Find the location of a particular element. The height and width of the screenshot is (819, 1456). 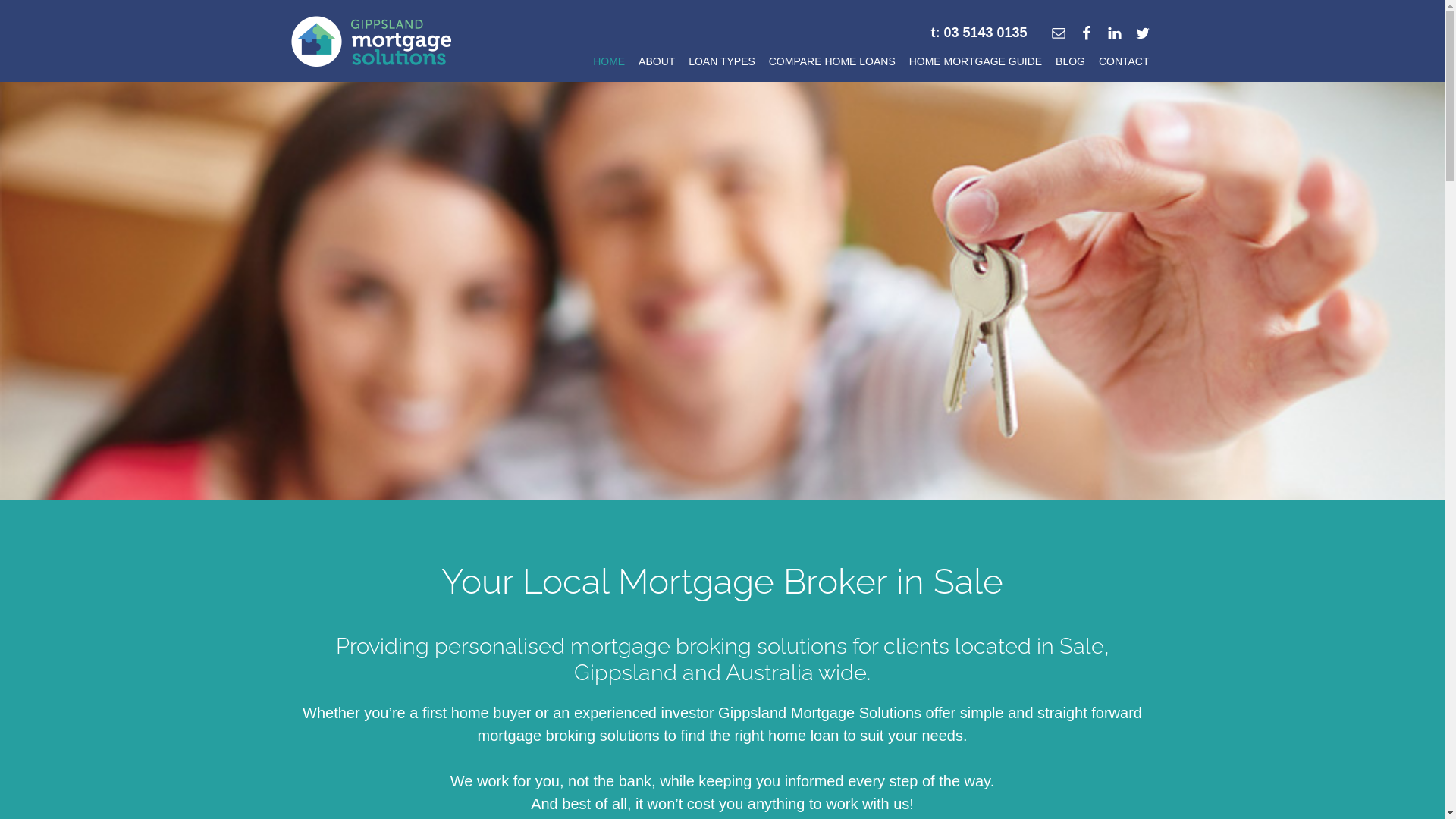

'ABOUT' is located at coordinates (656, 64).